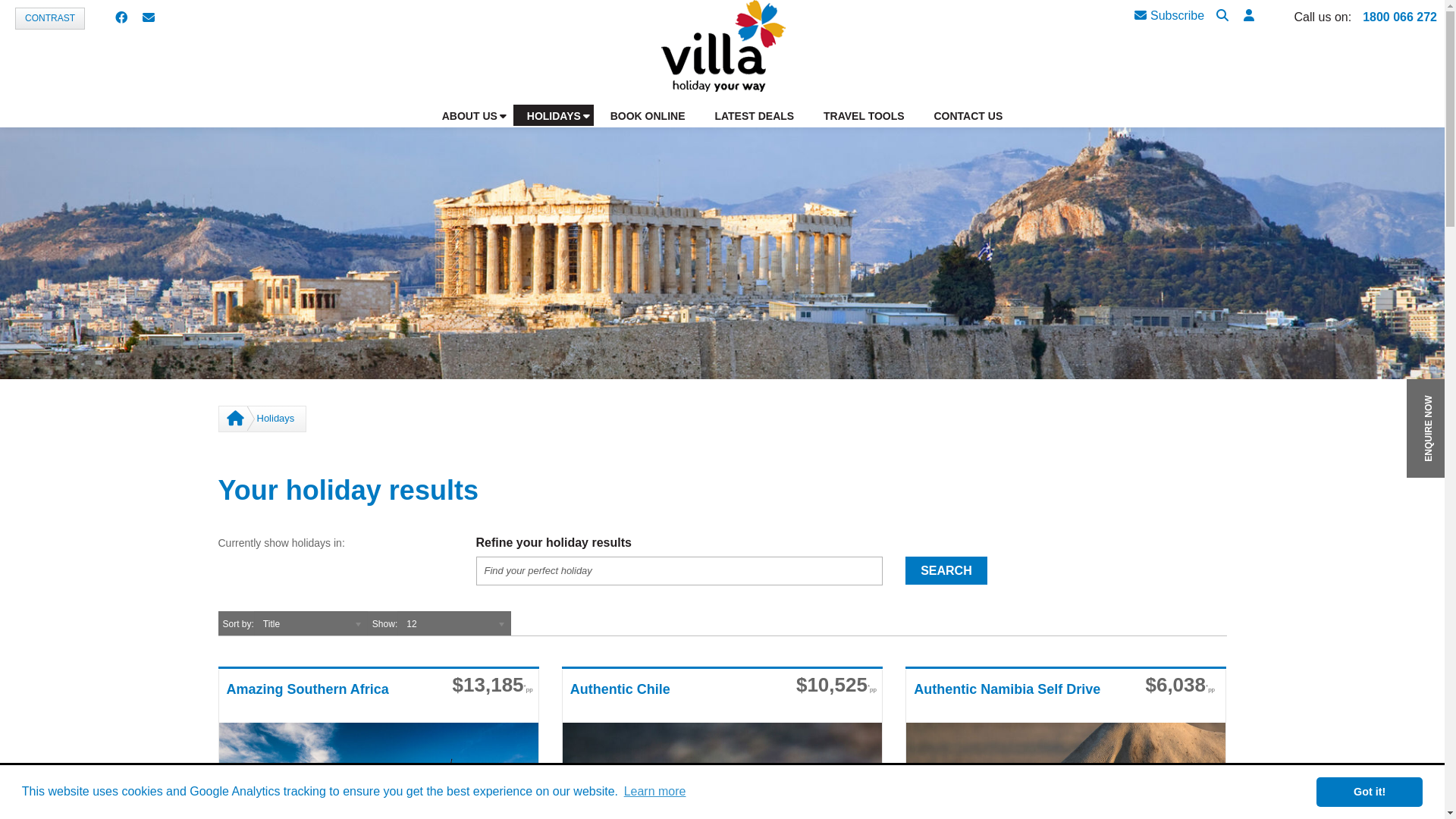 The height and width of the screenshot is (819, 1456). Describe the element at coordinates (967, 114) in the screenshot. I see `'CONTACT US'` at that location.